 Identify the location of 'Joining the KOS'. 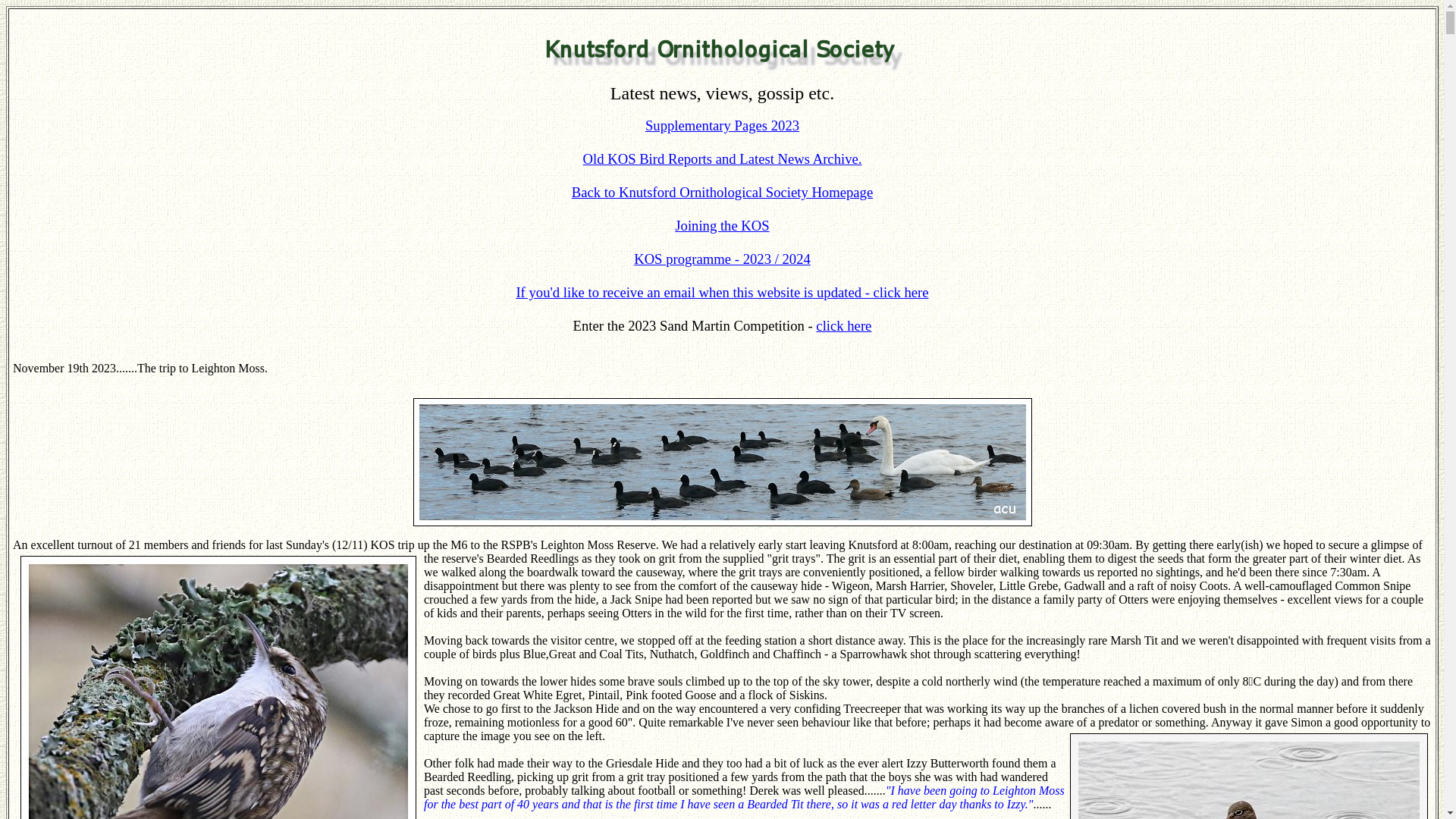
(720, 225).